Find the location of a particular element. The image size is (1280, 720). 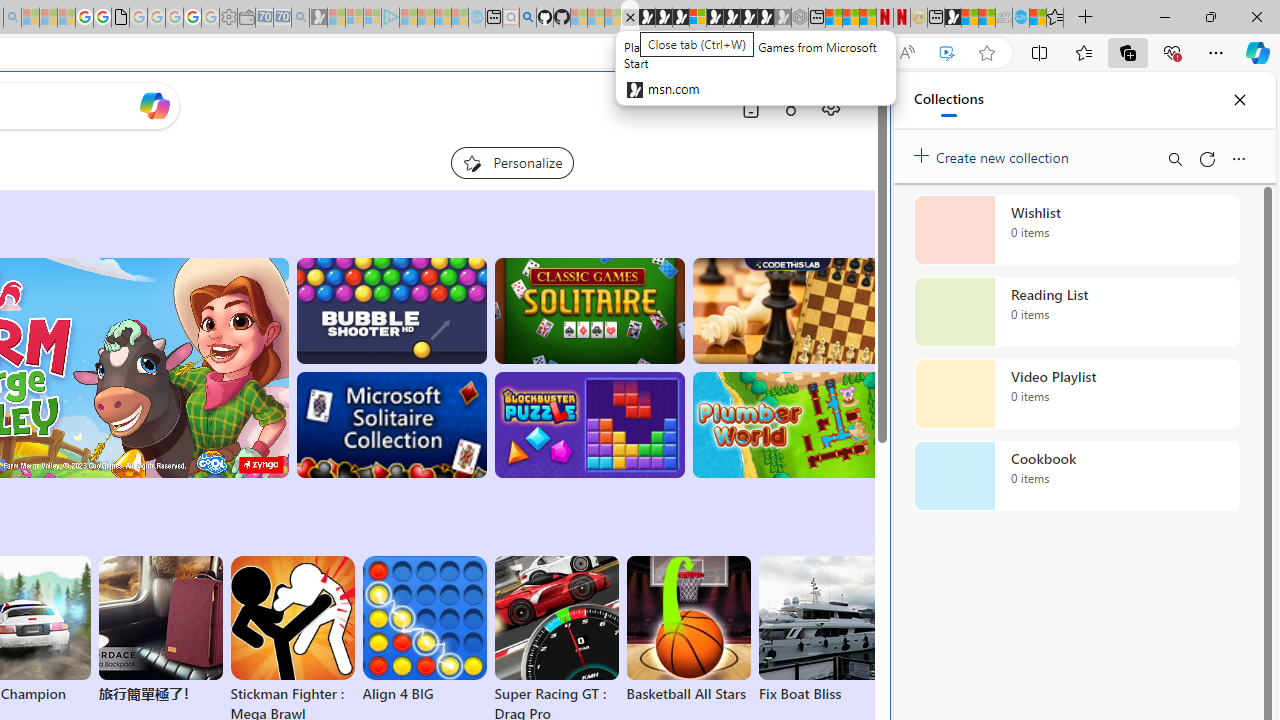

'More options menu' is located at coordinates (1237, 158).